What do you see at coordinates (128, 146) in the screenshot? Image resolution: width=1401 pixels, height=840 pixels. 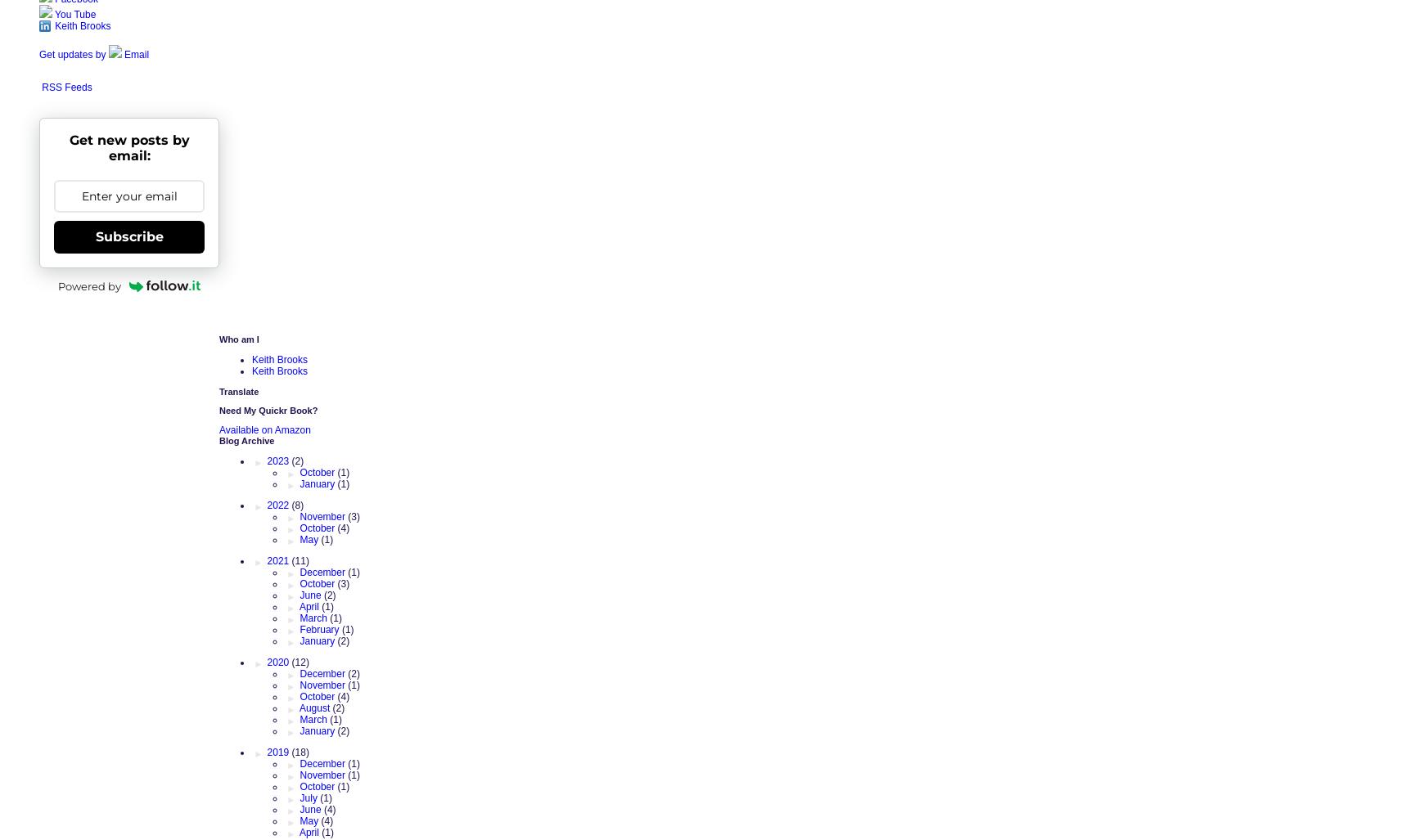 I see `'Get new posts by email:'` at bounding box center [128, 146].